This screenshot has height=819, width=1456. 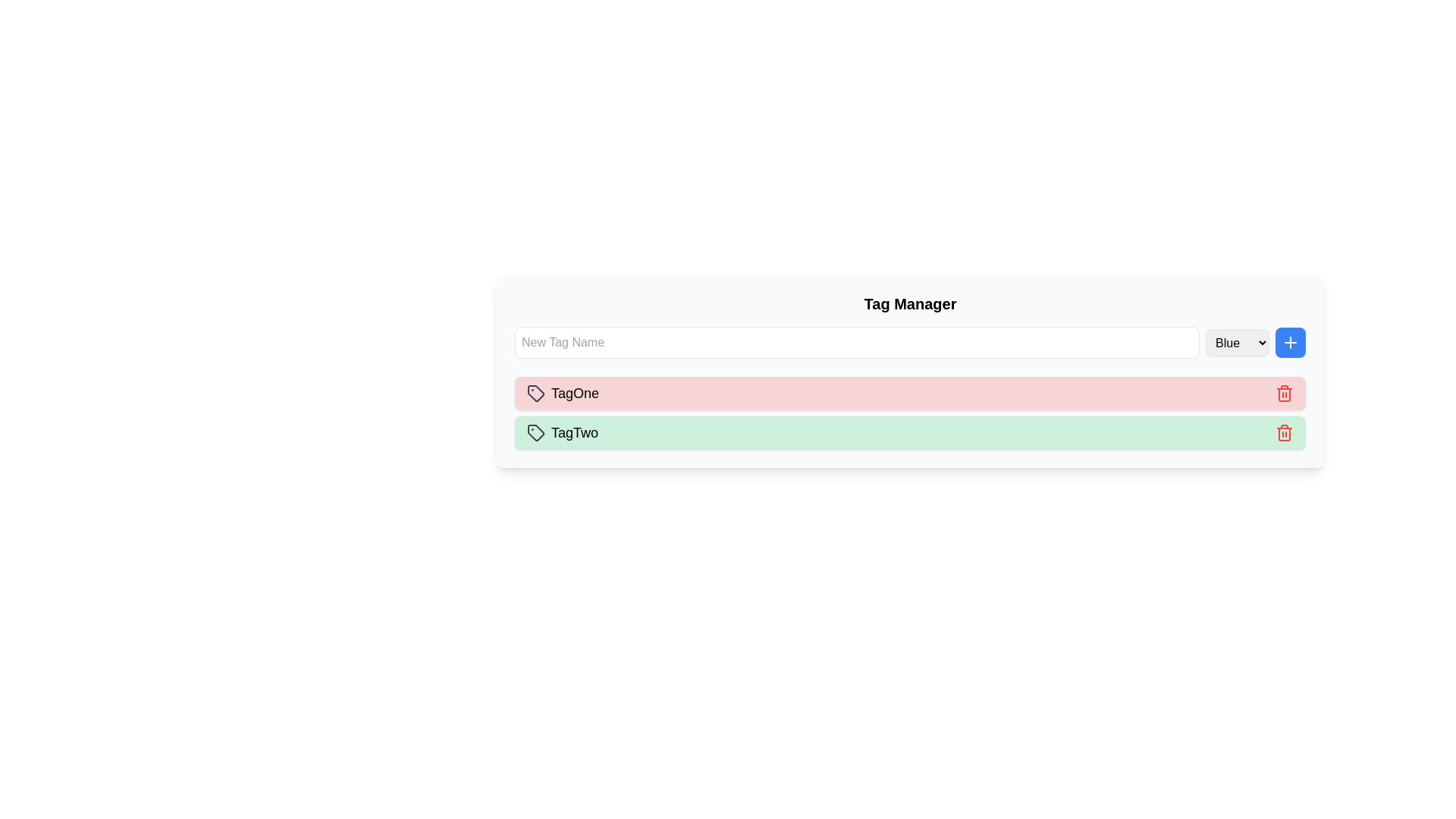 What do you see at coordinates (1238, 342) in the screenshot?
I see `the Dropdown menu displaying the text 'BlueGreenRedYellow'` at bounding box center [1238, 342].